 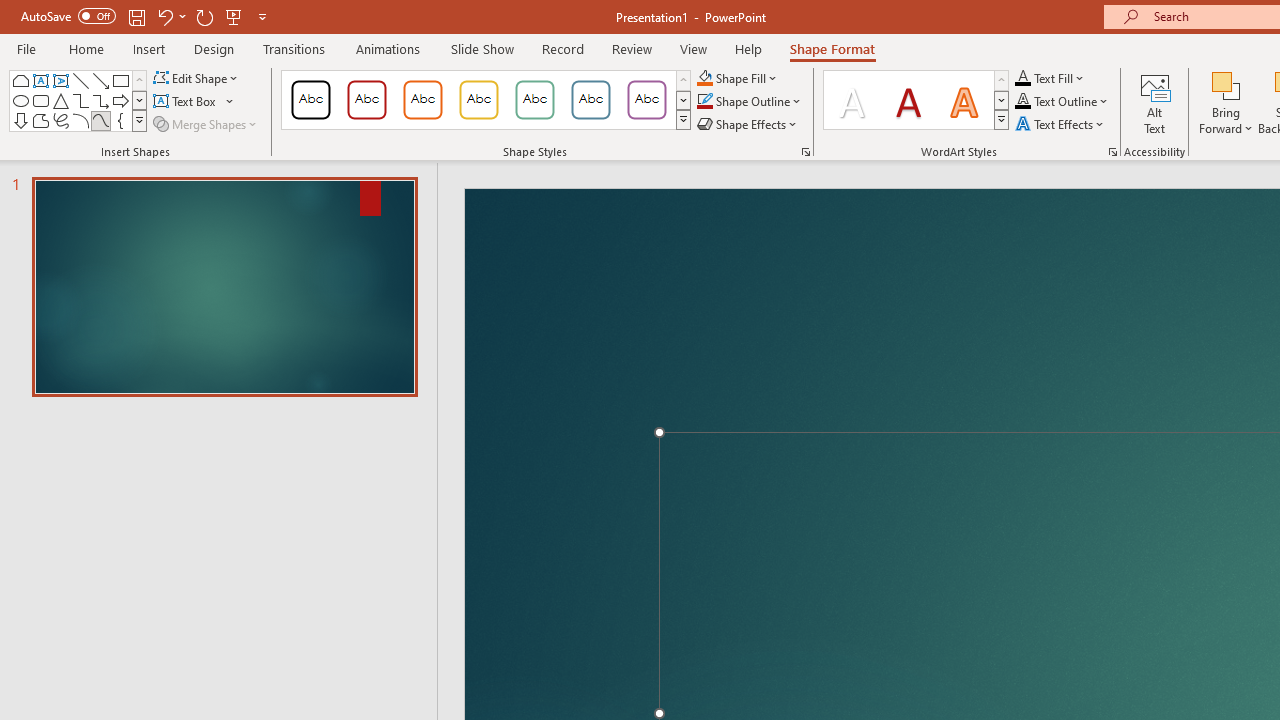 What do you see at coordinates (26, 47) in the screenshot?
I see `'File Tab'` at bounding box center [26, 47].